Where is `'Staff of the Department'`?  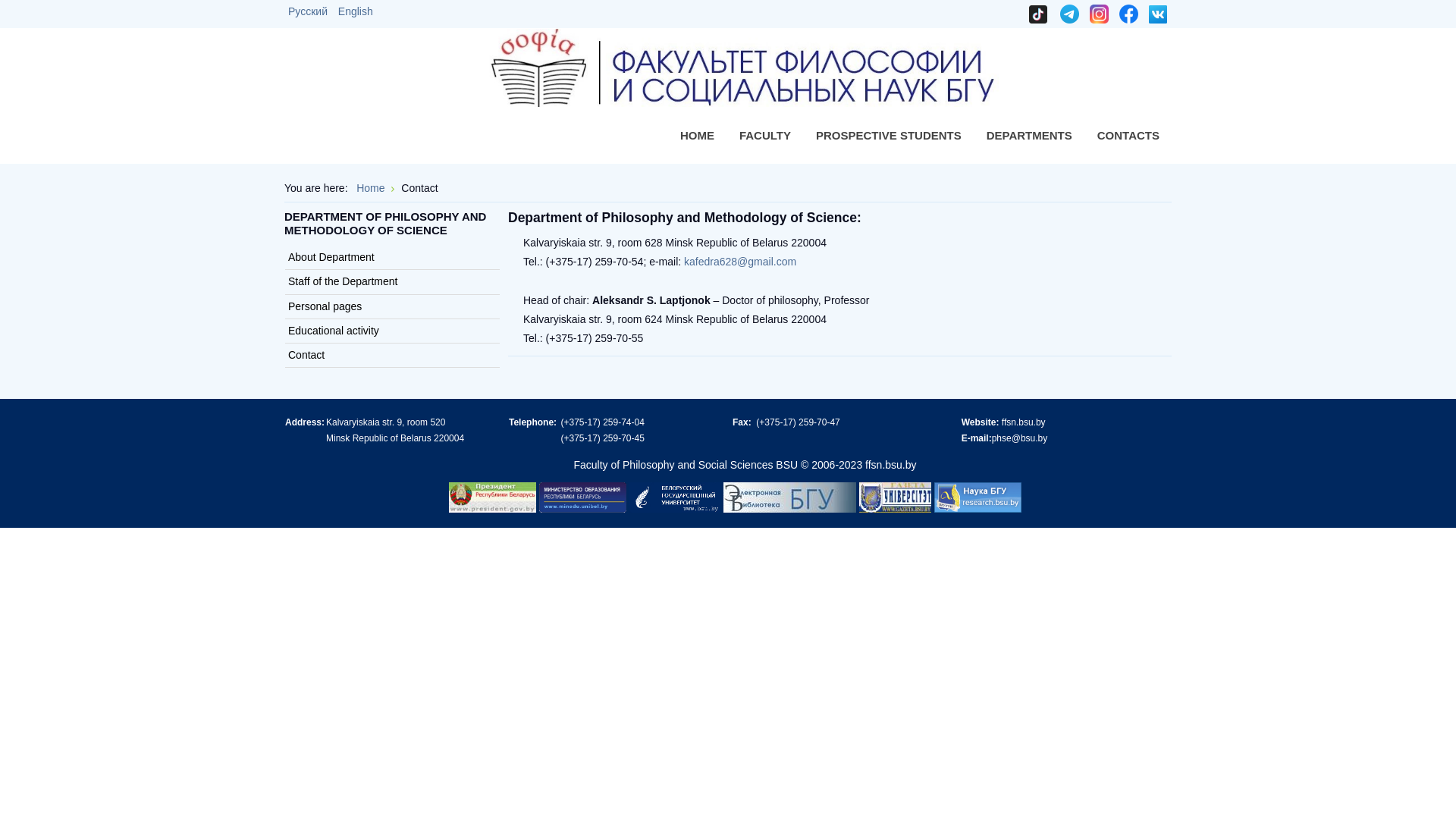
'Staff of the Department' is located at coordinates (284, 281).